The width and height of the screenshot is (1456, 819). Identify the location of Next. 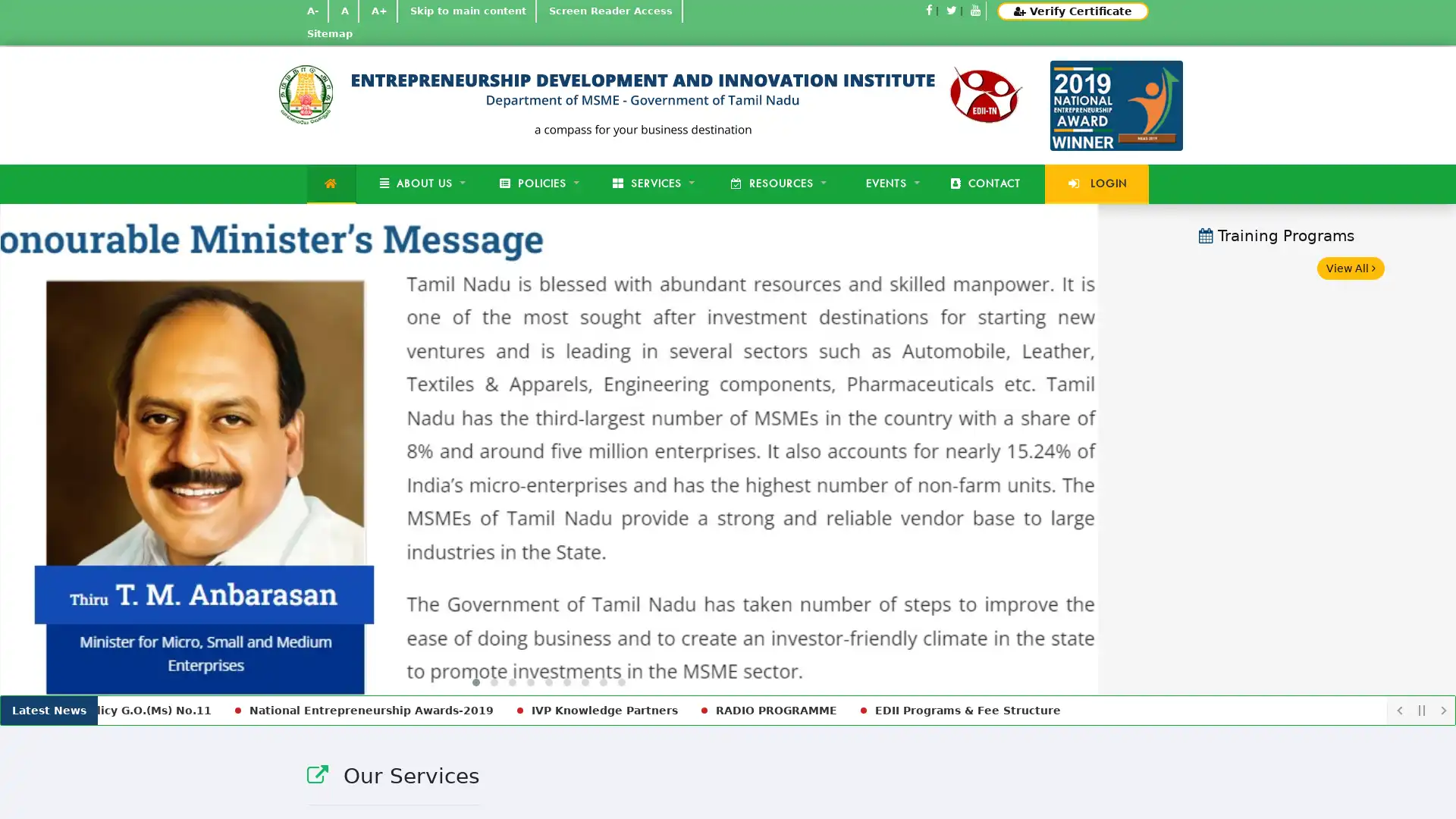
(1065, 433).